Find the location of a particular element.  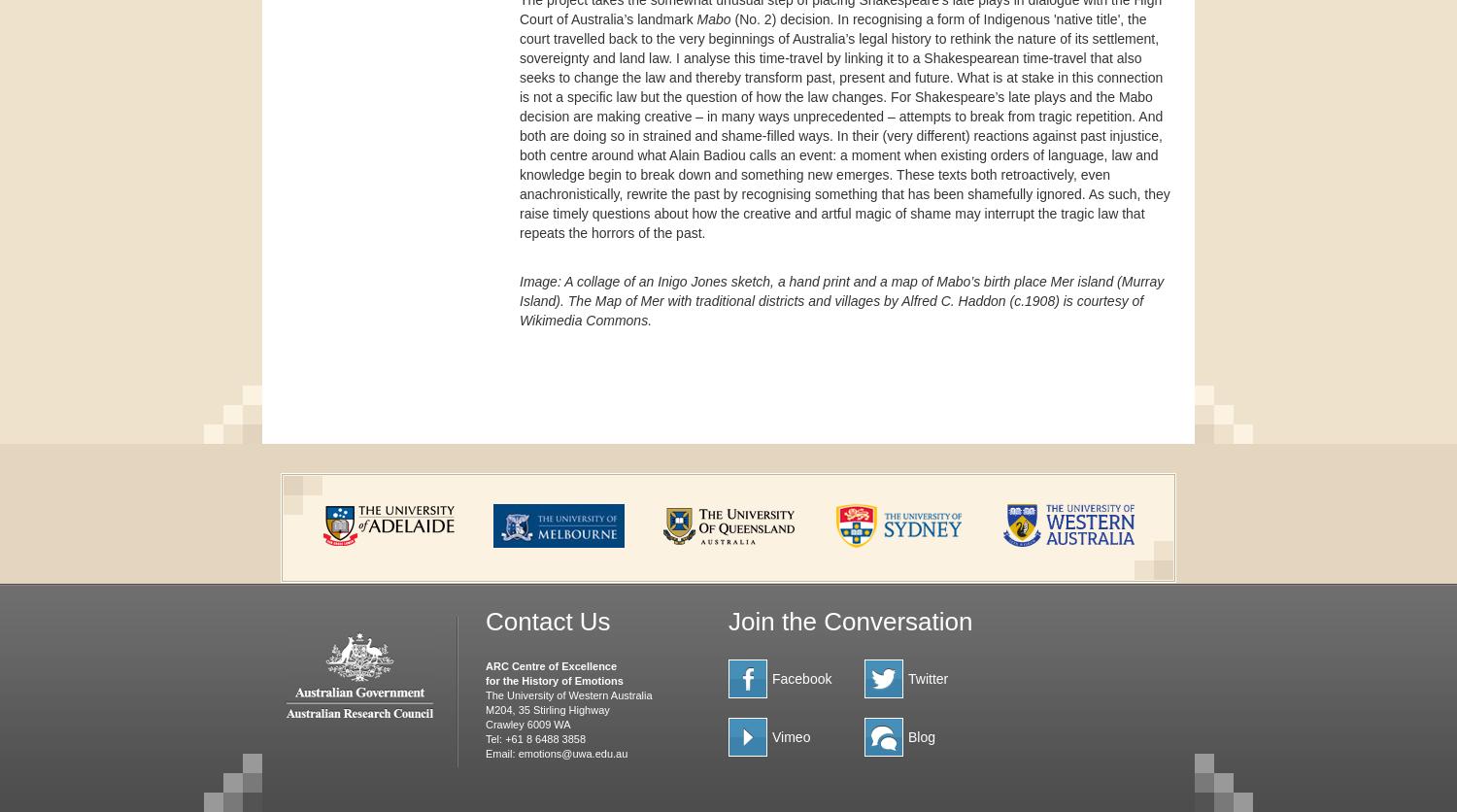

'Crawley 6009 WA' is located at coordinates (484, 722).